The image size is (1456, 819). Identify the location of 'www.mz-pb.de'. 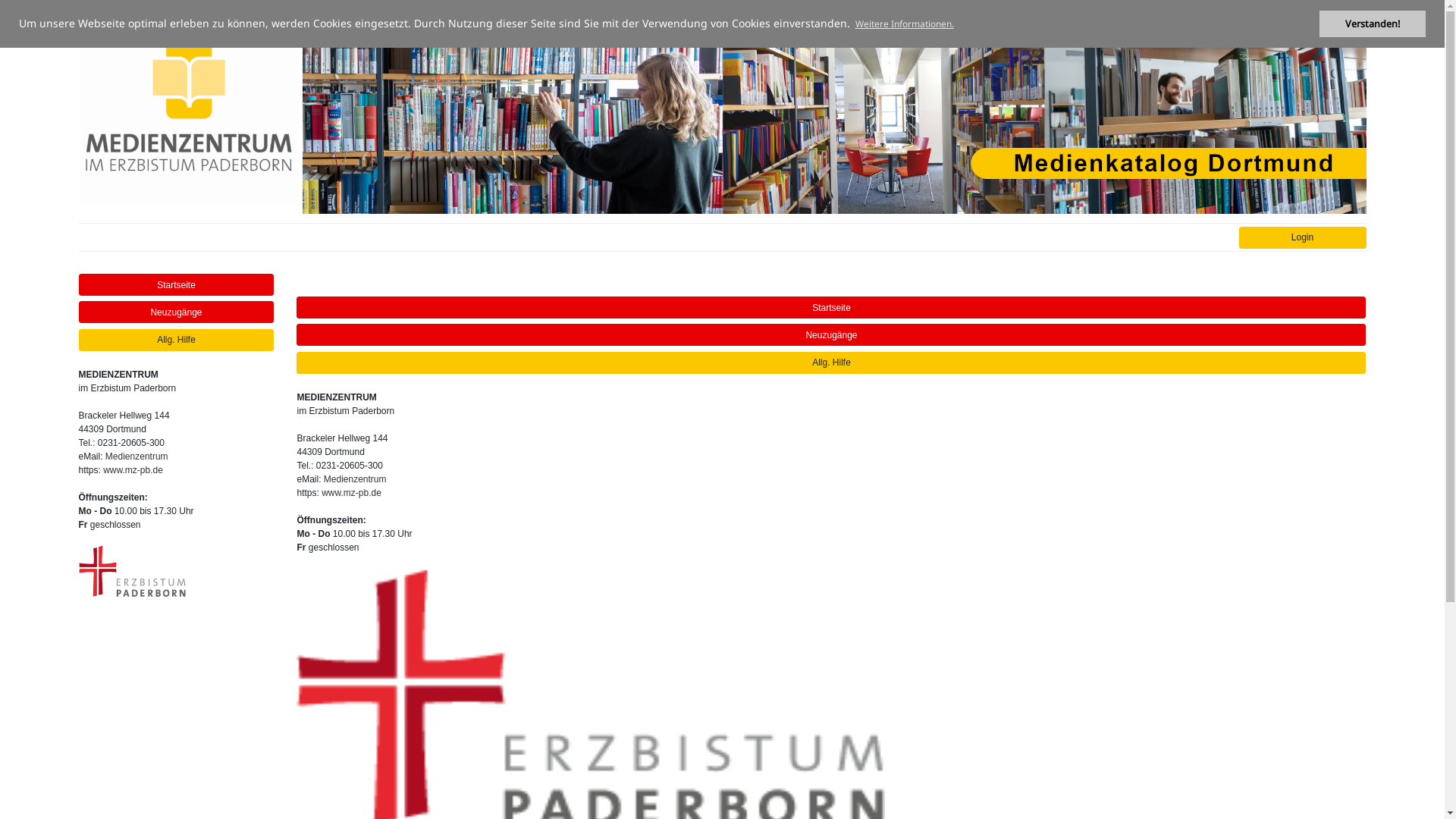
(350, 493).